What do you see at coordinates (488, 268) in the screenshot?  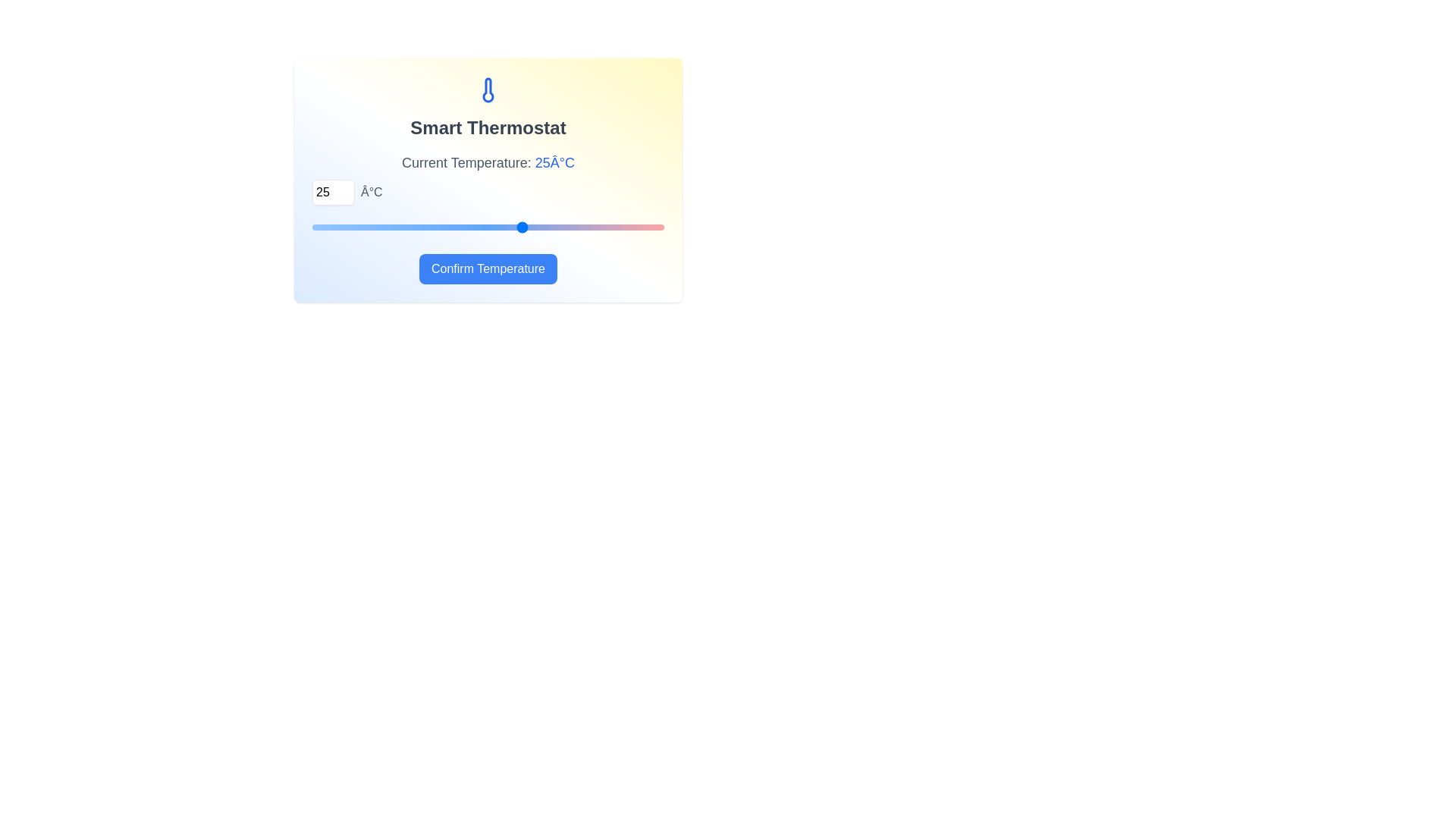 I see `the 'Confirm Temperature' button to confirm the set temperature` at bounding box center [488, 268].